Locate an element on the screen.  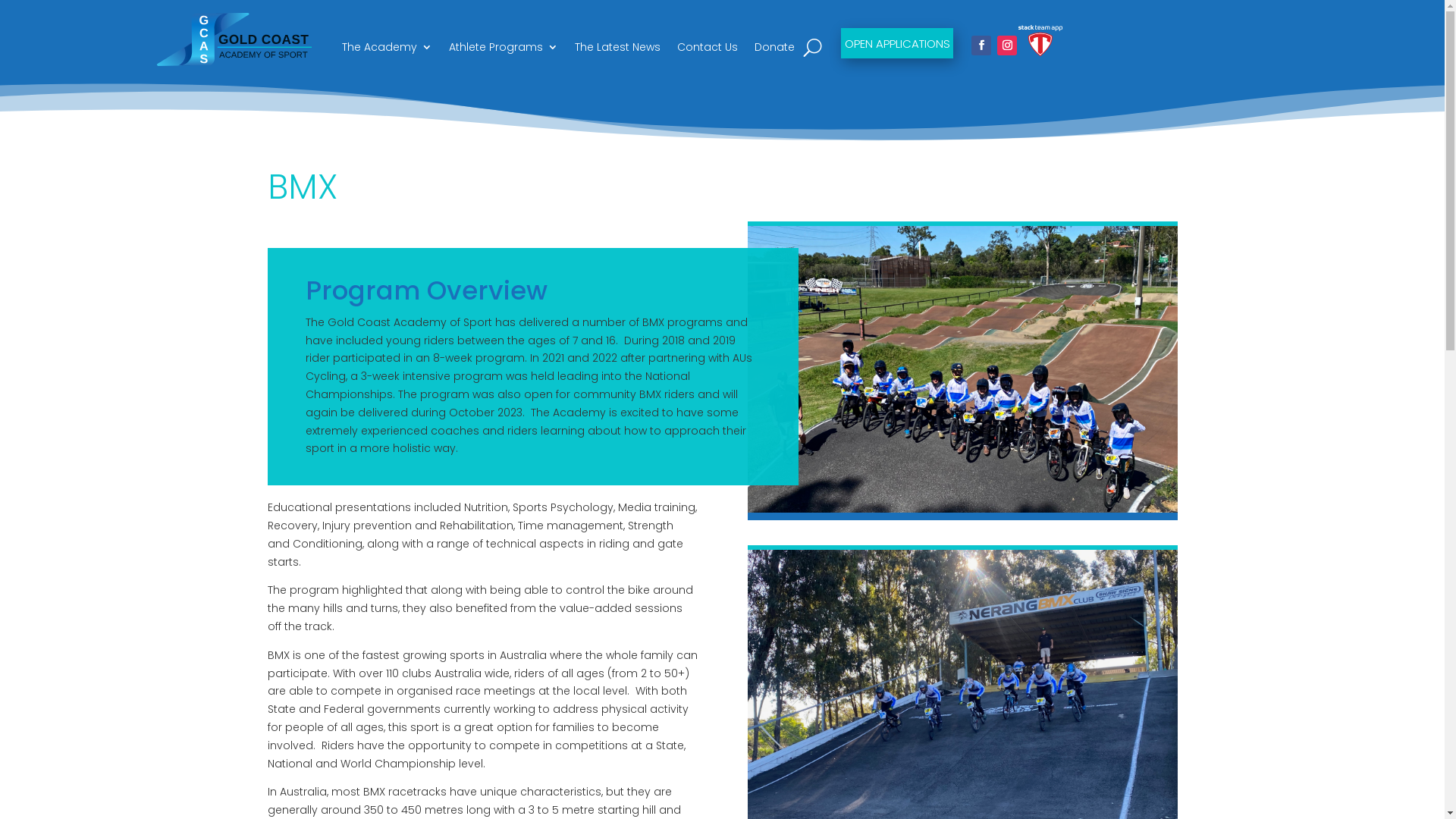
'OPEN APPLICATIONS' is located at coordinates (839, 42).